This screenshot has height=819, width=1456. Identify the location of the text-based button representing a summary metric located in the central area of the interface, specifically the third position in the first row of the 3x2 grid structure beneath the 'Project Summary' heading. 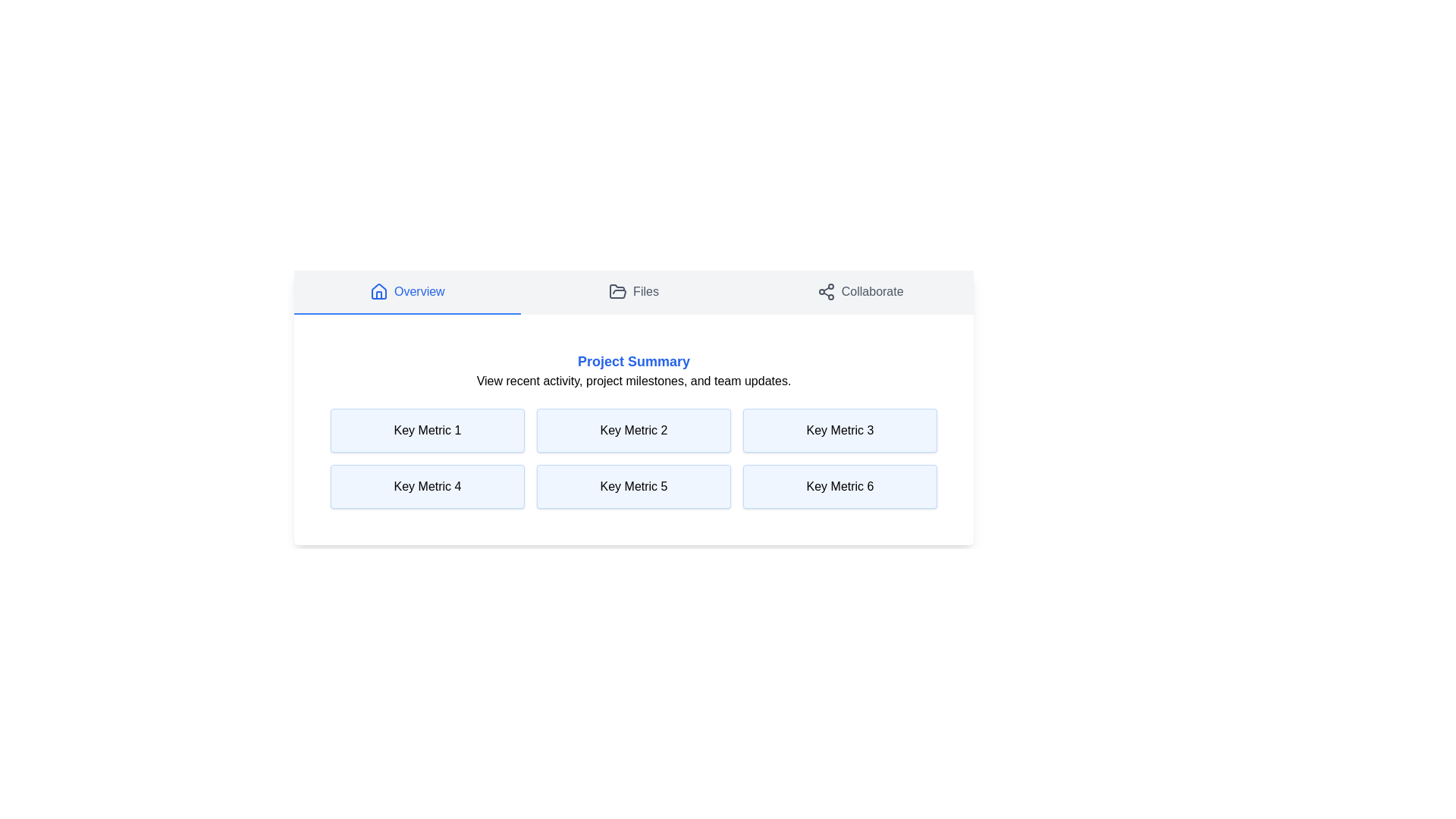
(839, 430).